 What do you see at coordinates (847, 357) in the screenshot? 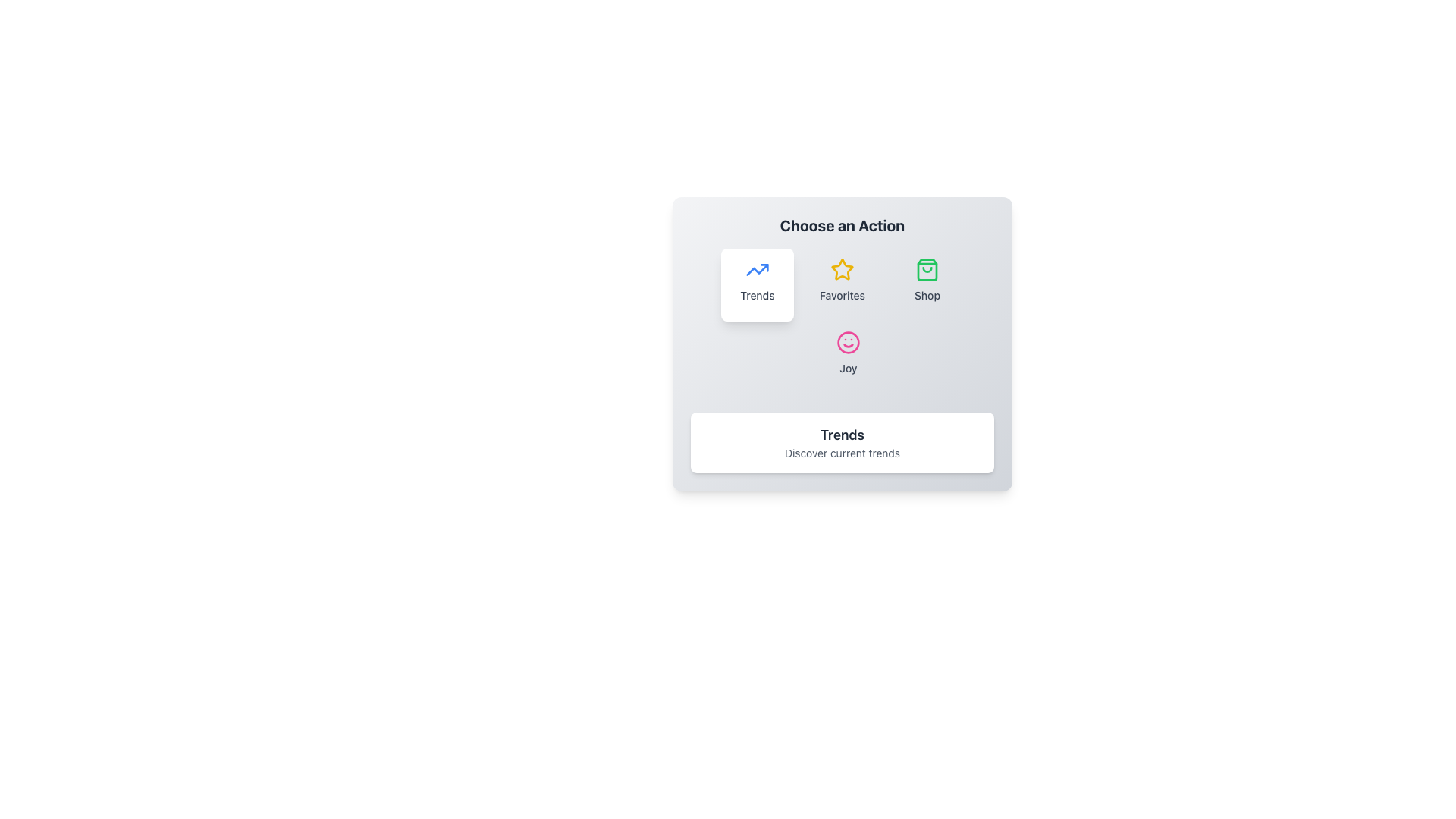
I see `the 'Joy' button, which is the fourth element in the lower row of selectable icons` at bounding box center [847, 357].